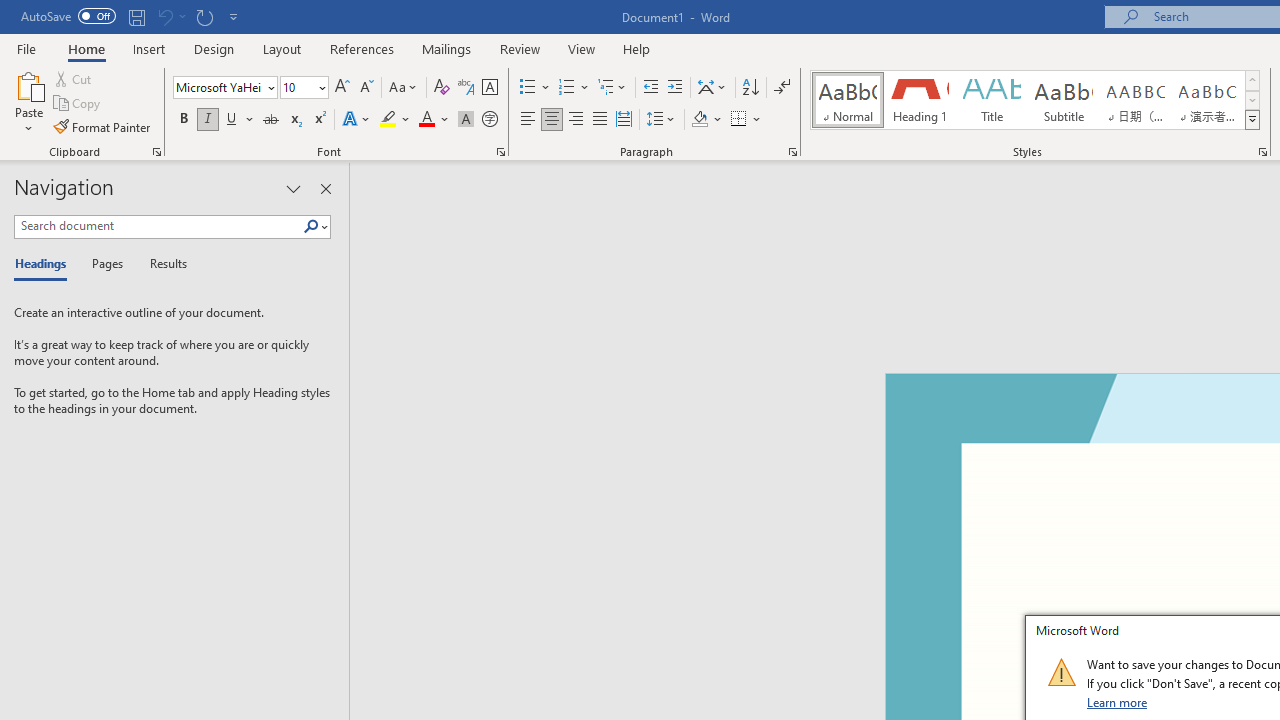  Describe the element at coordinates (45, 264) in the screenshot. I see `'Headings'` at that location.